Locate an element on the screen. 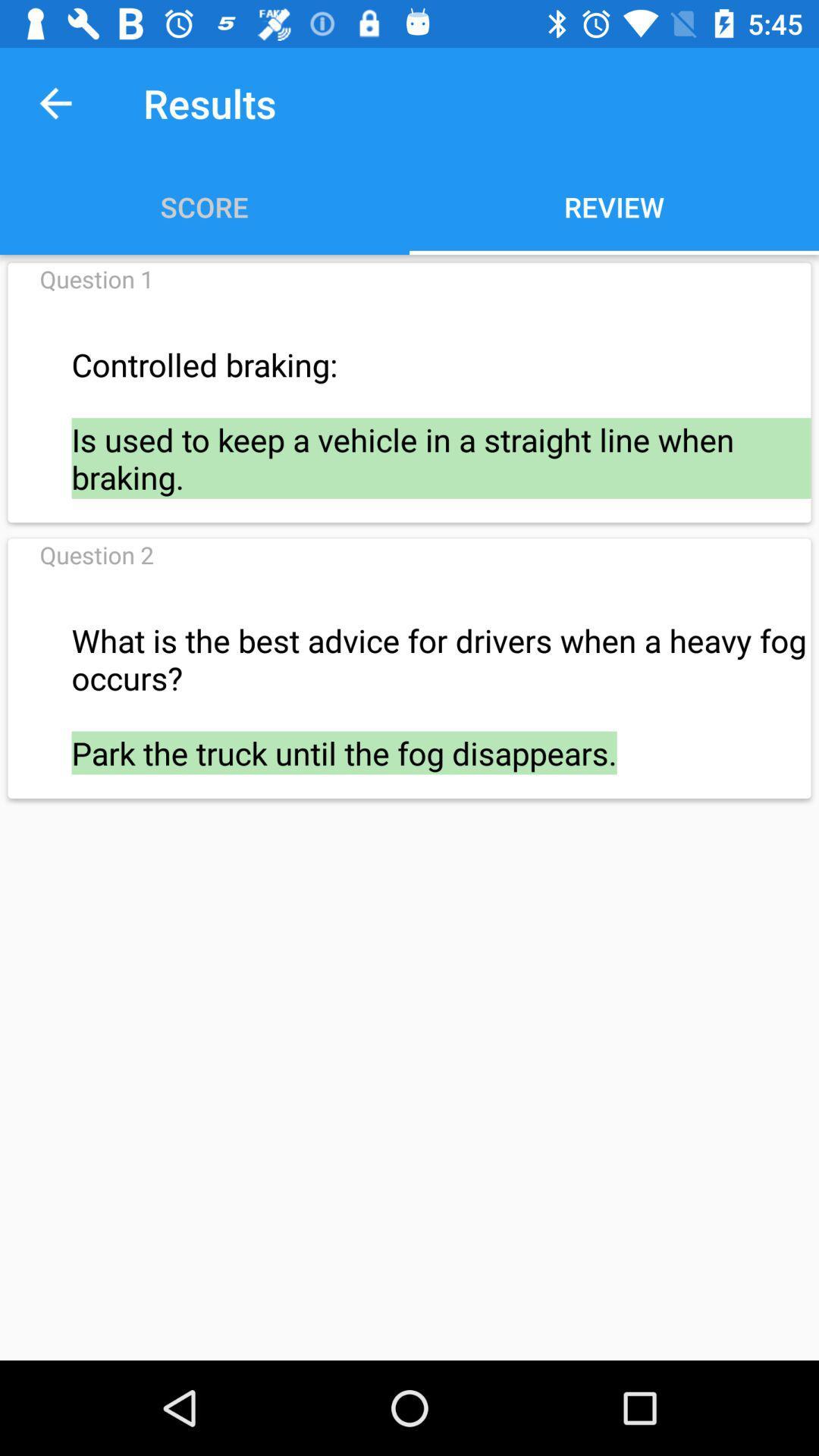 The width and height of the screenshot is (819, 1456). item above question 1 icon is located at coordinates (55, 102).